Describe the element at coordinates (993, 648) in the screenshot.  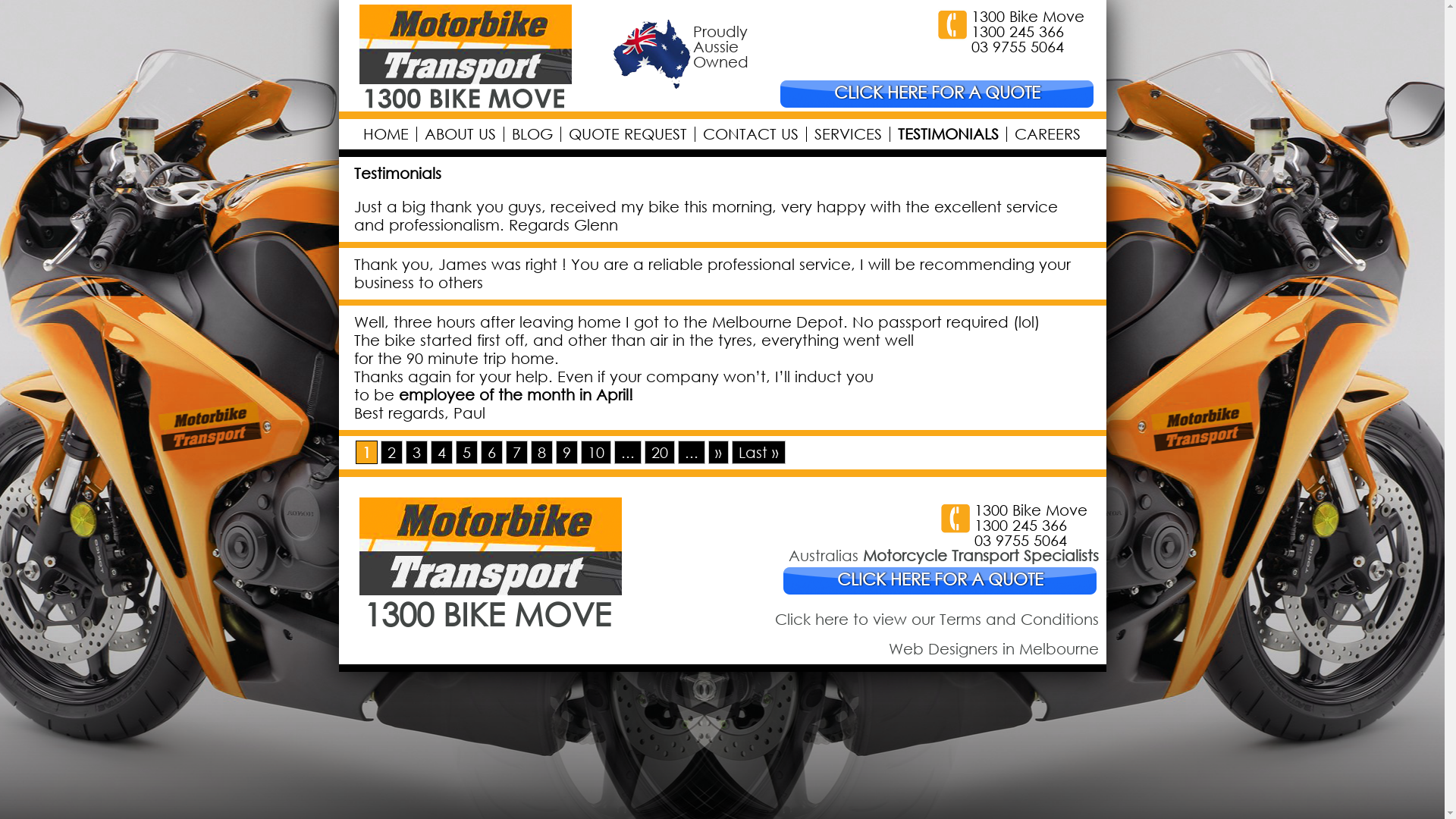
I see `'Web Designers in Melbourne'` at that location.